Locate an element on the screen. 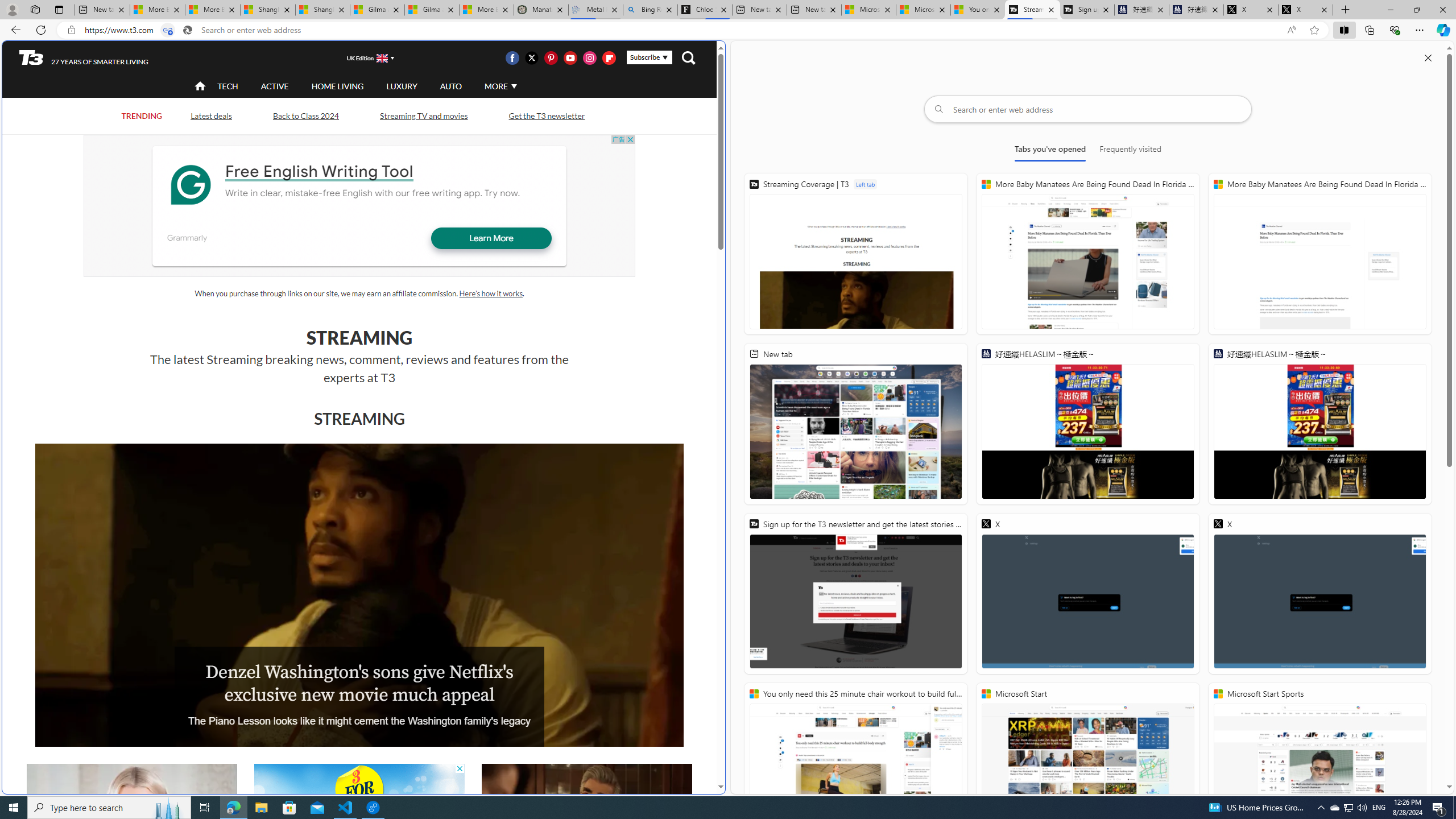 This screenshot has width=1456, height=819. 'Class: navigation__search' is located at coordinates (688, 57).